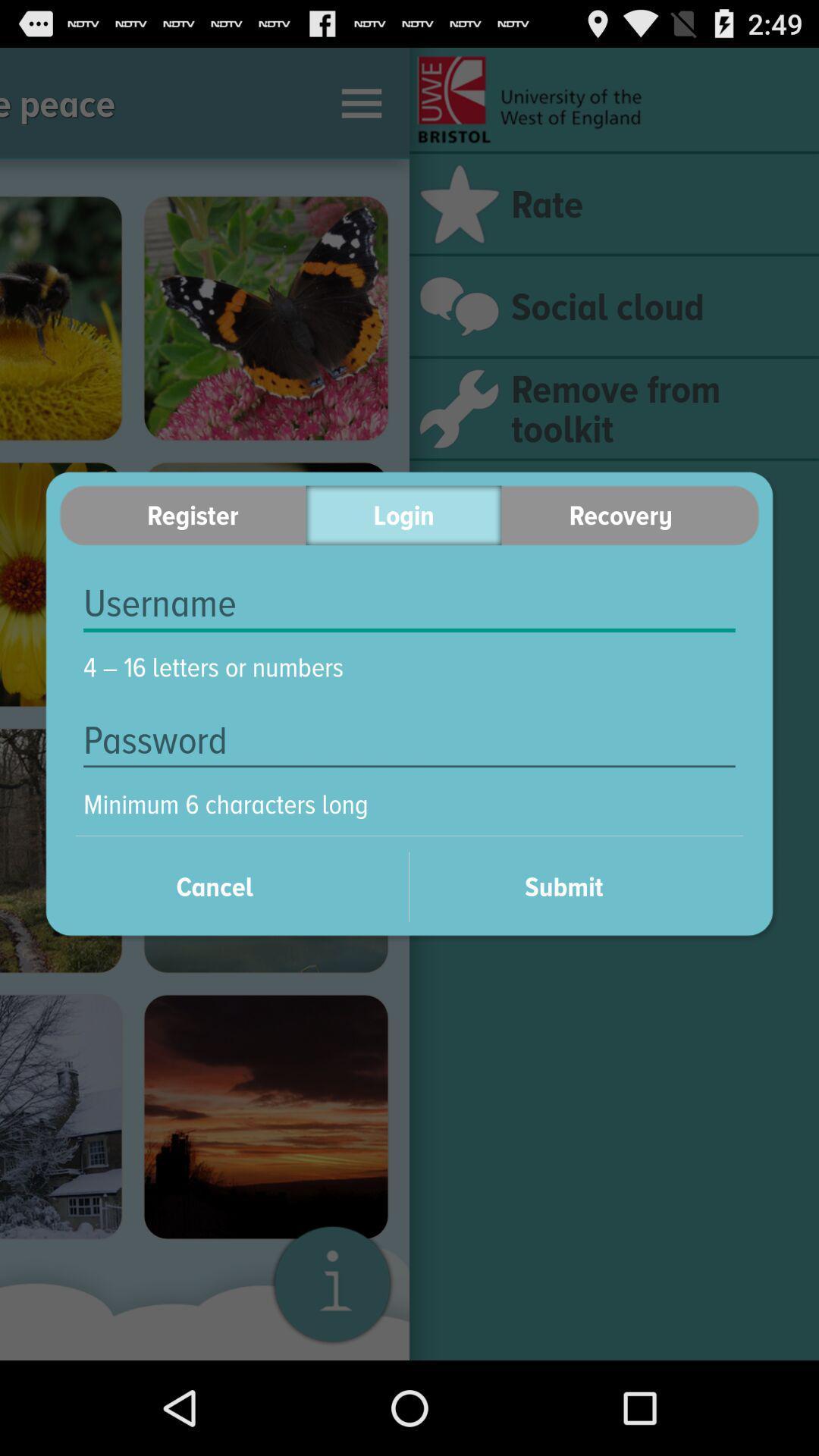  Describe the element at coordinates (403, 515) in the screenshot. I see `login icon` at that location.